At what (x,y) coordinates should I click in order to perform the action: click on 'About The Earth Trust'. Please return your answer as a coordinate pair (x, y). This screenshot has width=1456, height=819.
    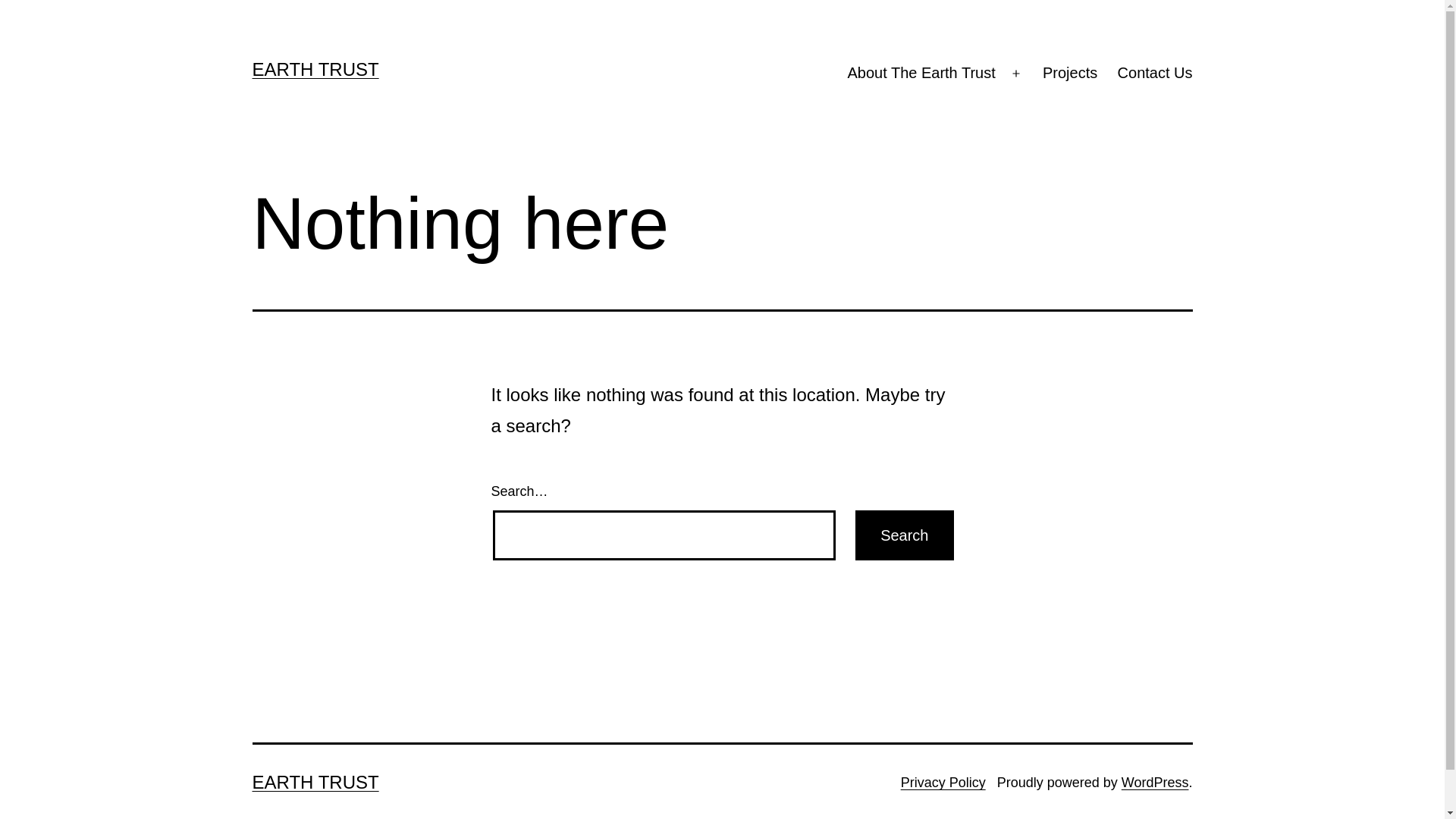
    Looking at the image, I should click on (920, 73).